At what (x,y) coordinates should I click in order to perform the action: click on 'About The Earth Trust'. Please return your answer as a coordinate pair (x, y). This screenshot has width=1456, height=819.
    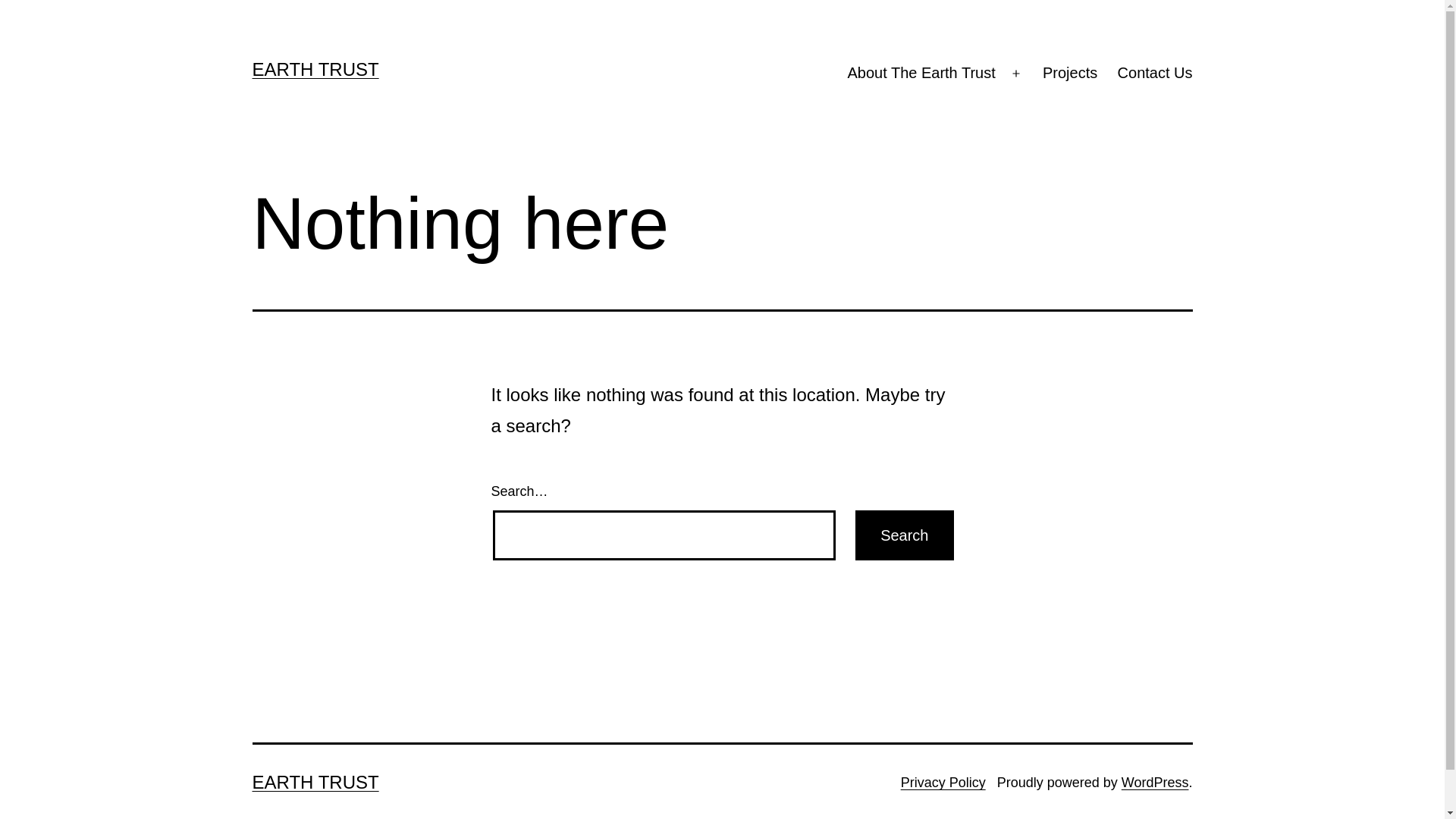
    Looking at the image, I should click on (920, 73).